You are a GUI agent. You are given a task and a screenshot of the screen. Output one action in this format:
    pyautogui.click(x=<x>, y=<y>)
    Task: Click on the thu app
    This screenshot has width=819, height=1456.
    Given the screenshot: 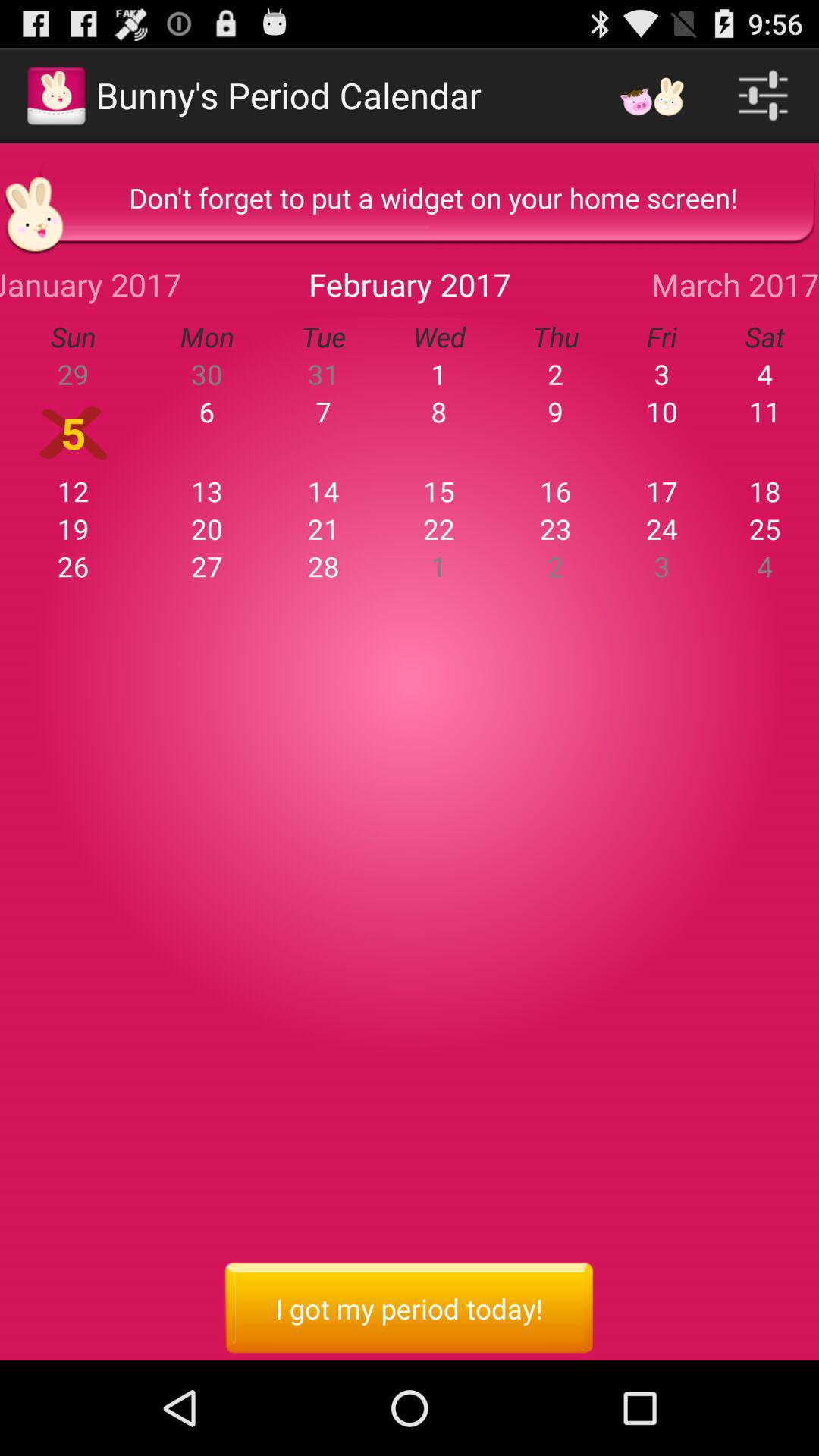 What is the action you would take?
    pyautogui.click(x=556, y=336)
    